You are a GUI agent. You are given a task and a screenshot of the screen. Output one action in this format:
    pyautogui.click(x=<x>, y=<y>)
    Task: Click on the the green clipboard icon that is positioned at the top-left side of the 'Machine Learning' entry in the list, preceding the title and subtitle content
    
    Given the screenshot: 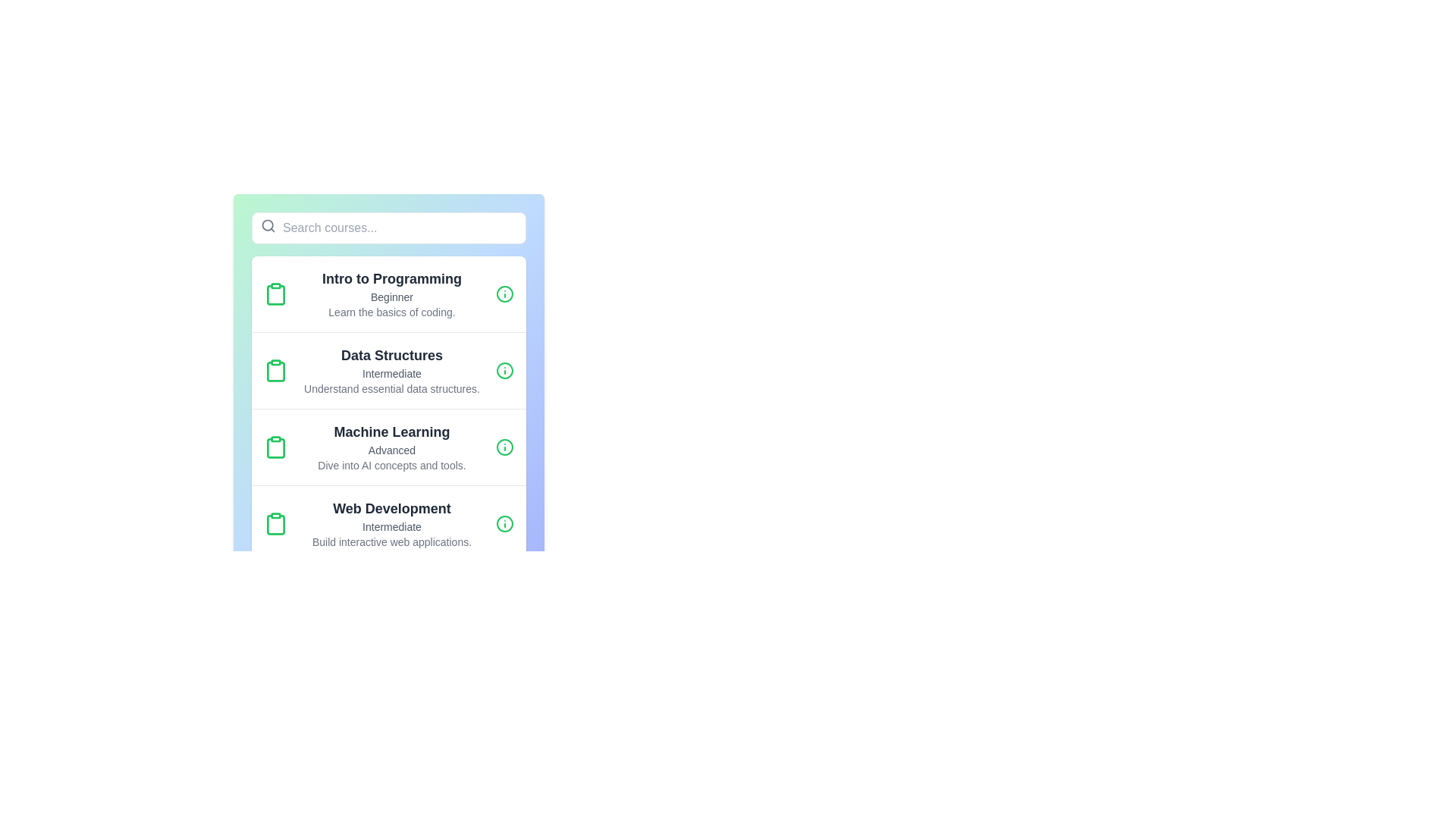 What is the action you would take?
    pyautogui.click(x=276, y=447)
    